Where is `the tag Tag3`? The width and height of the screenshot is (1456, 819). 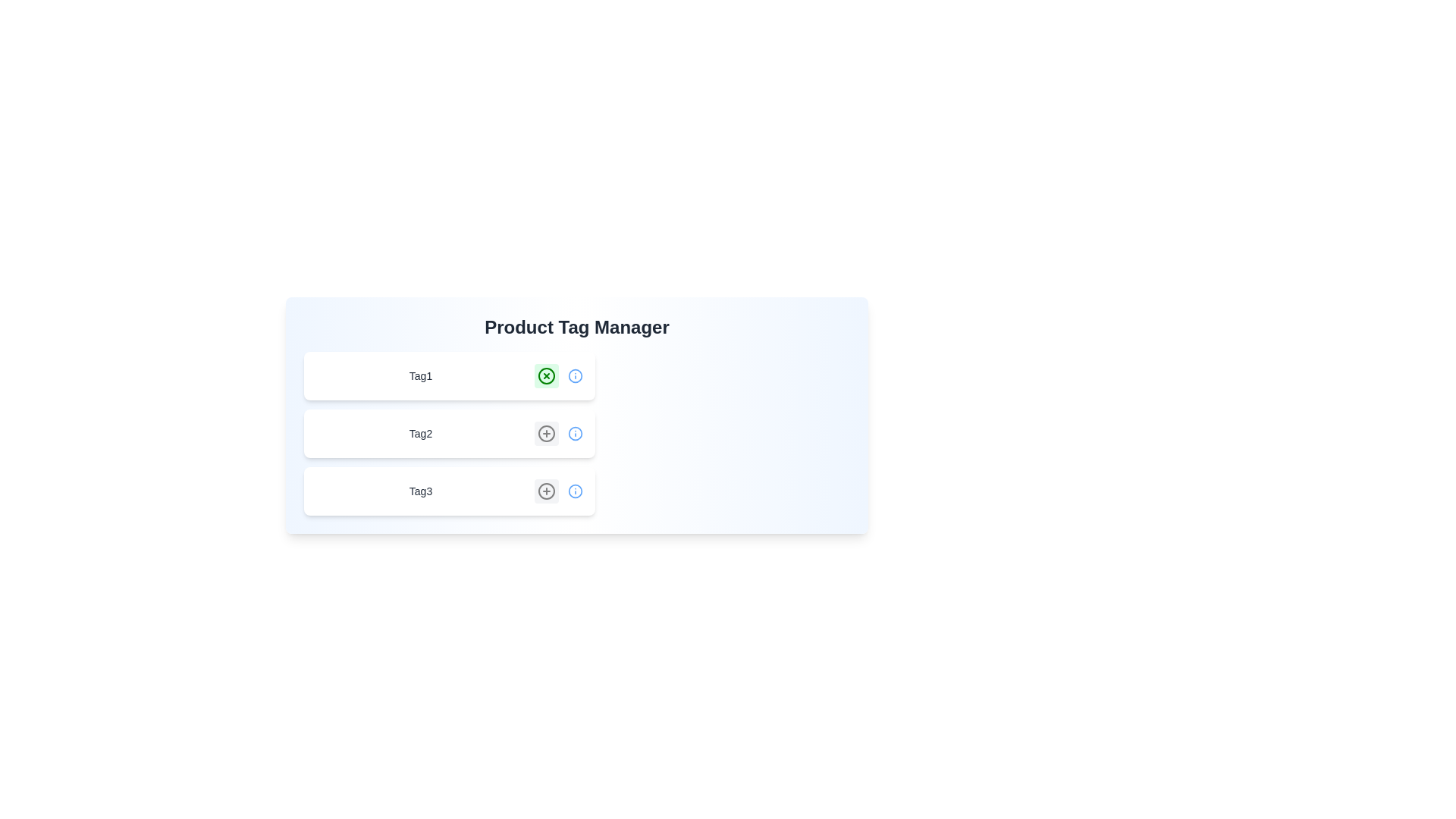 the tag Tag3 is located at coordinates (546, 491).